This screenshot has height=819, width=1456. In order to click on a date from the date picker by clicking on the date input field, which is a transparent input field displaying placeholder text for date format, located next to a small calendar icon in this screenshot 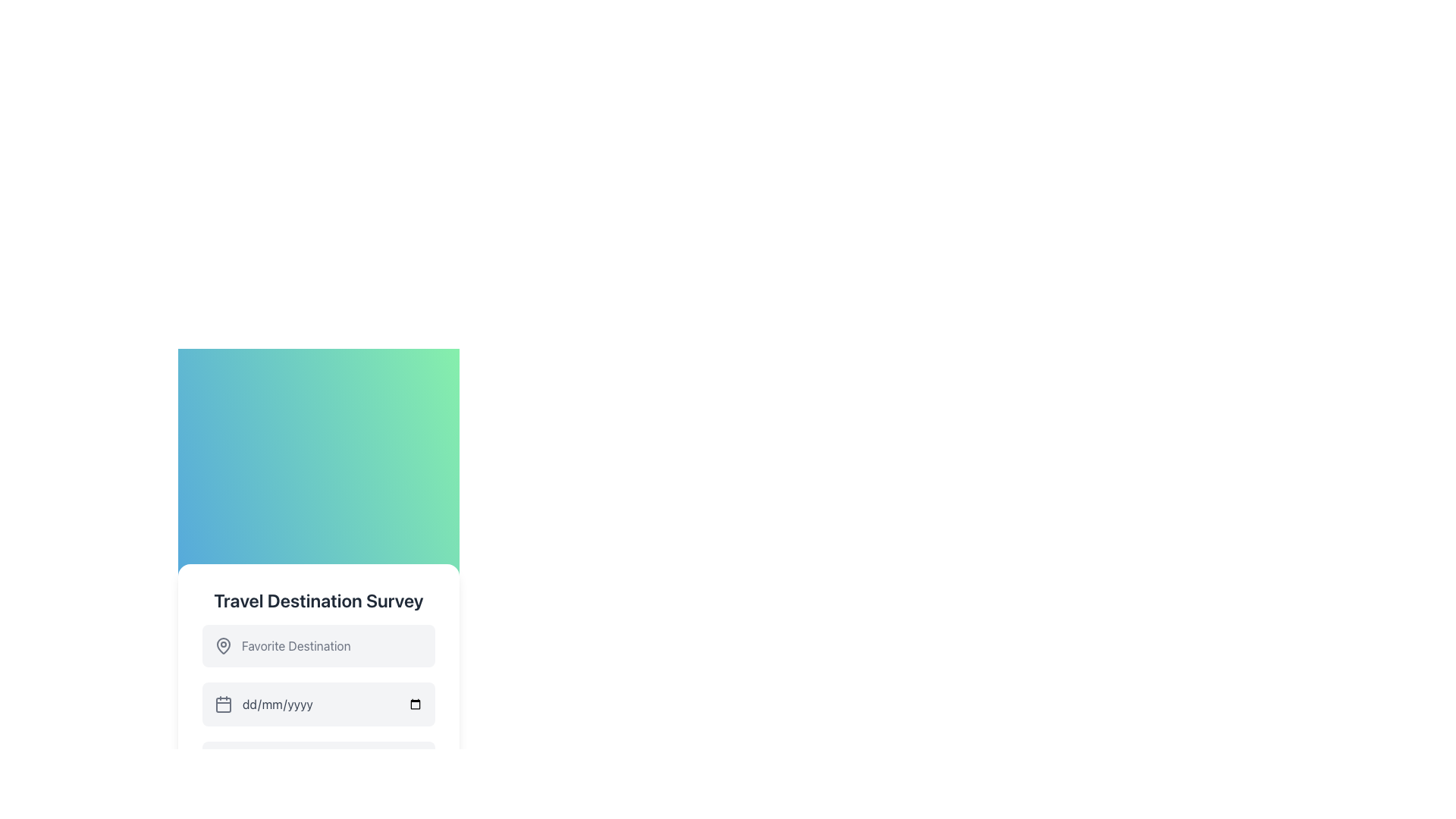, I will do `click(331, 704)`.